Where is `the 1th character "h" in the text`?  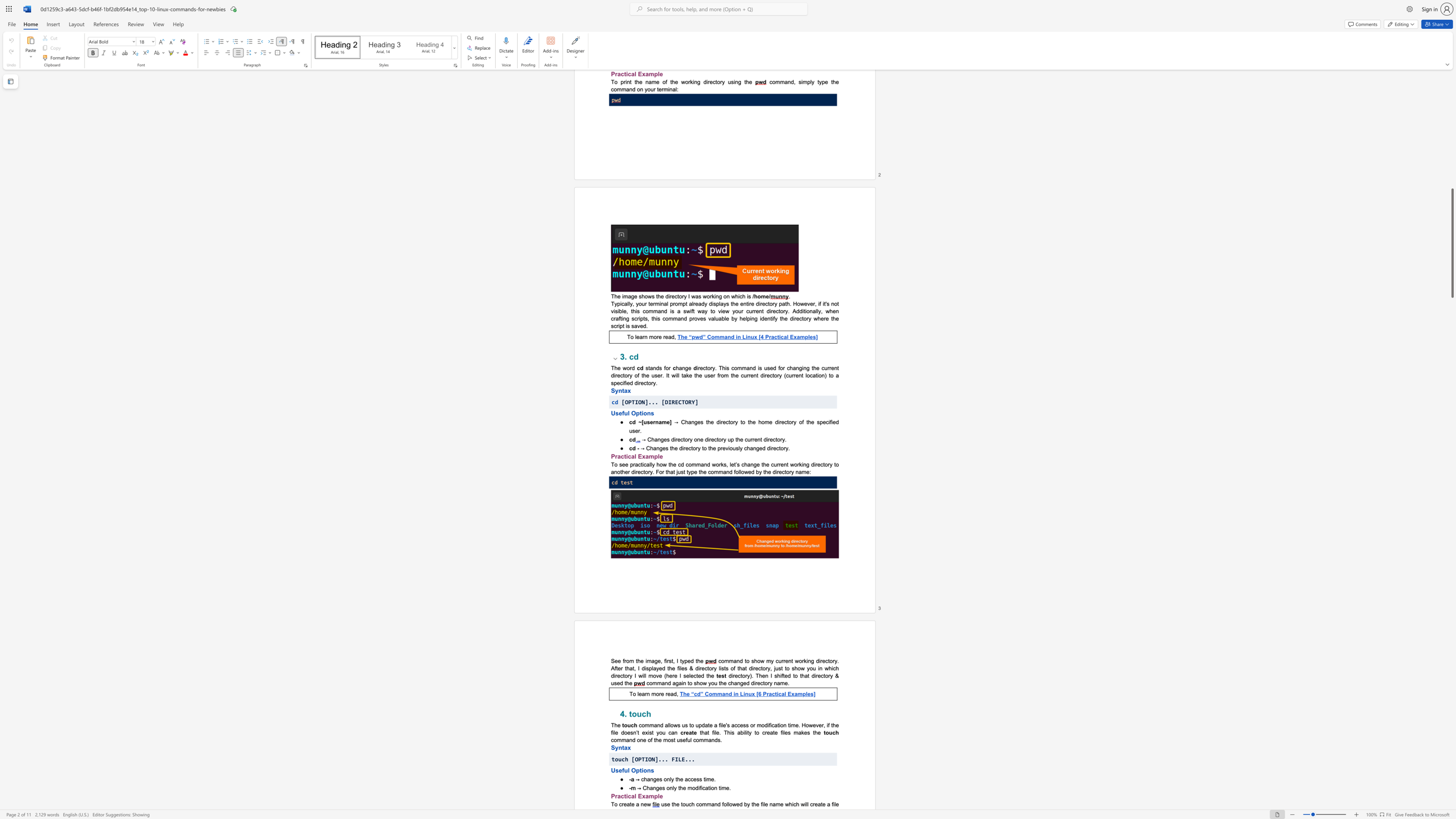
the 1th character "h" in the text is located at coordinates (638, 661).